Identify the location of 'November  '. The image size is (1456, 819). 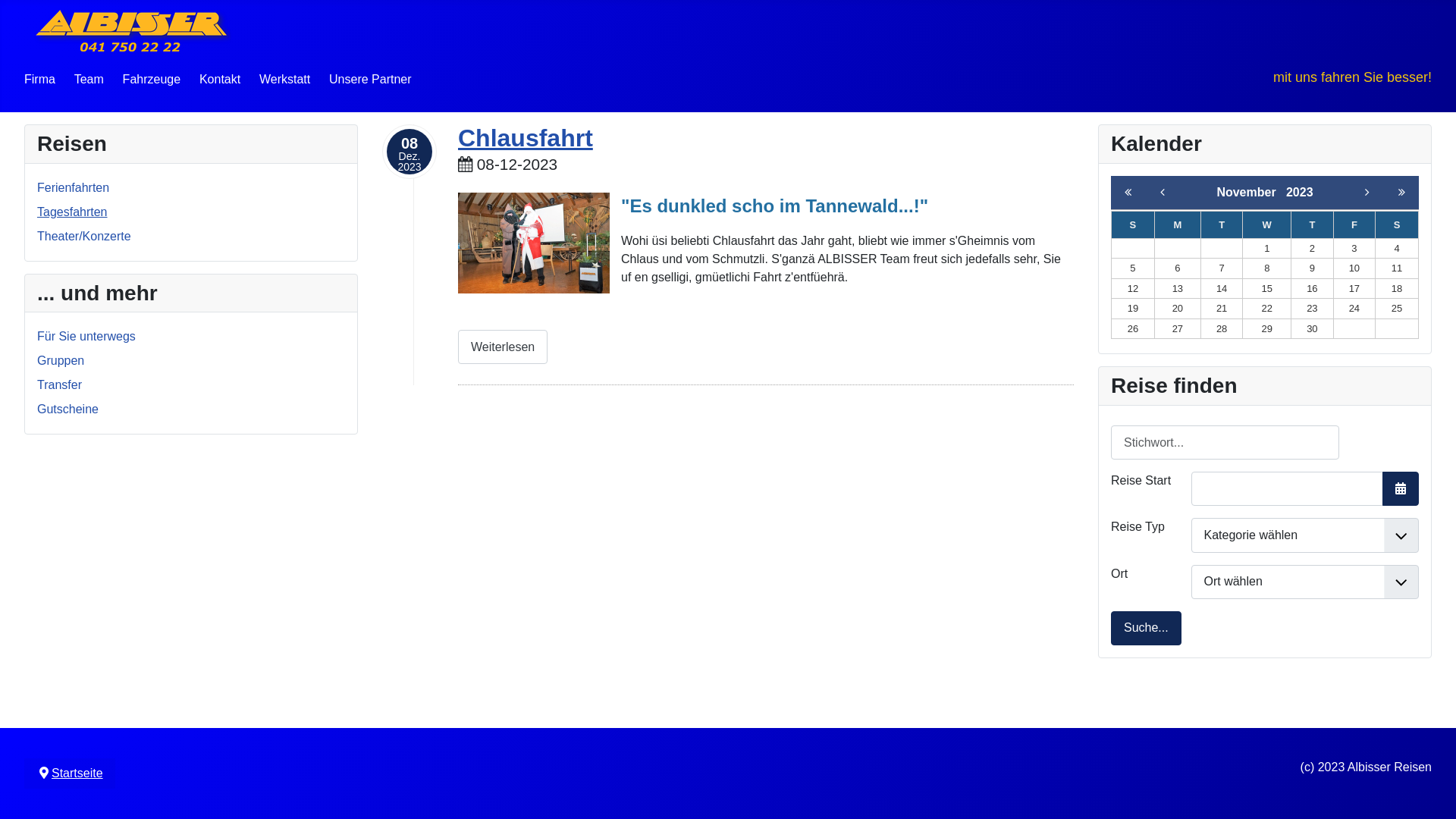
(1216, 191).